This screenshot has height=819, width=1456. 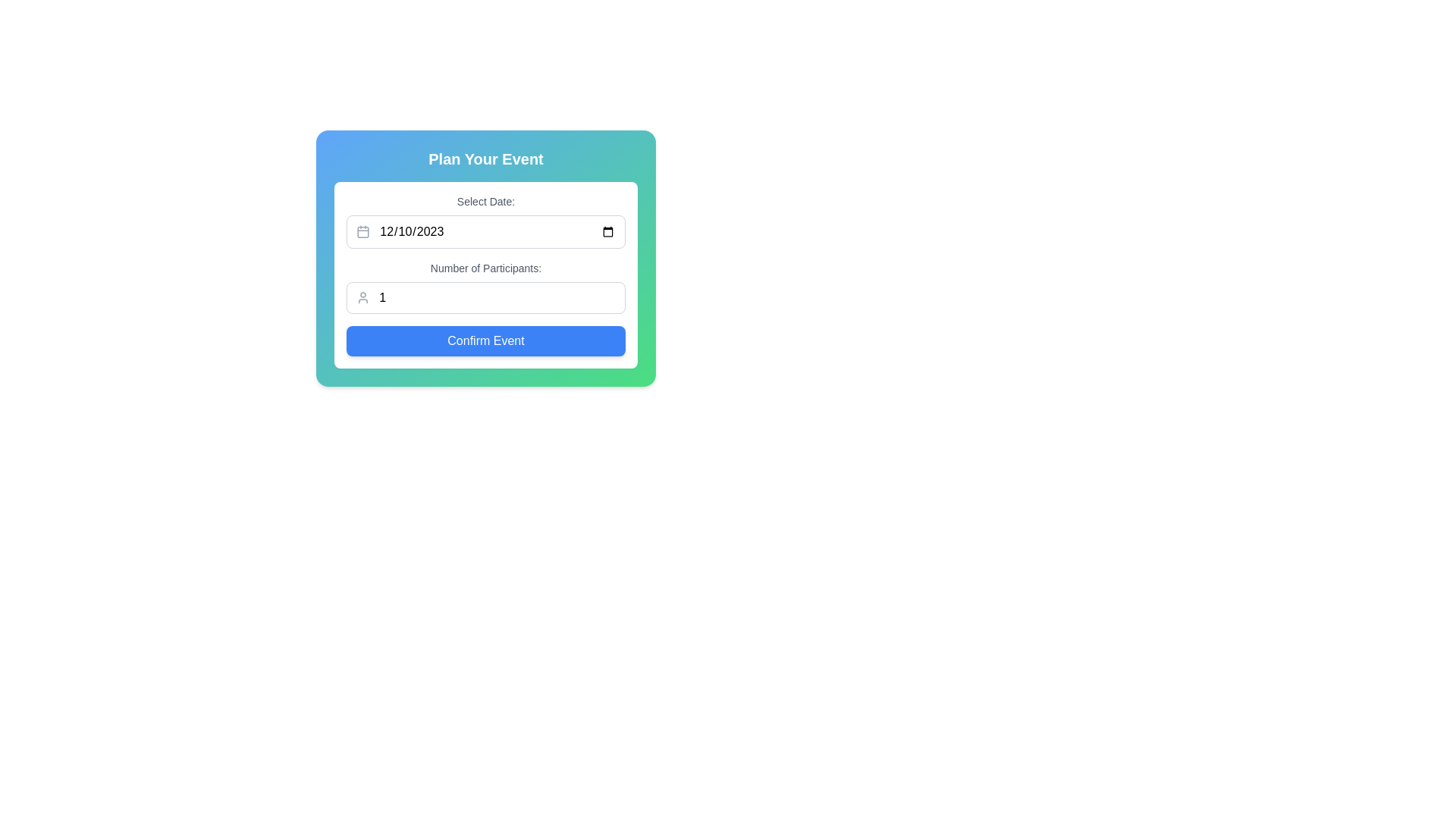 I want to click on the central rectangle of the calendar icon located to the left of the 'Select Date:' text field, so click(x=362, y=232).